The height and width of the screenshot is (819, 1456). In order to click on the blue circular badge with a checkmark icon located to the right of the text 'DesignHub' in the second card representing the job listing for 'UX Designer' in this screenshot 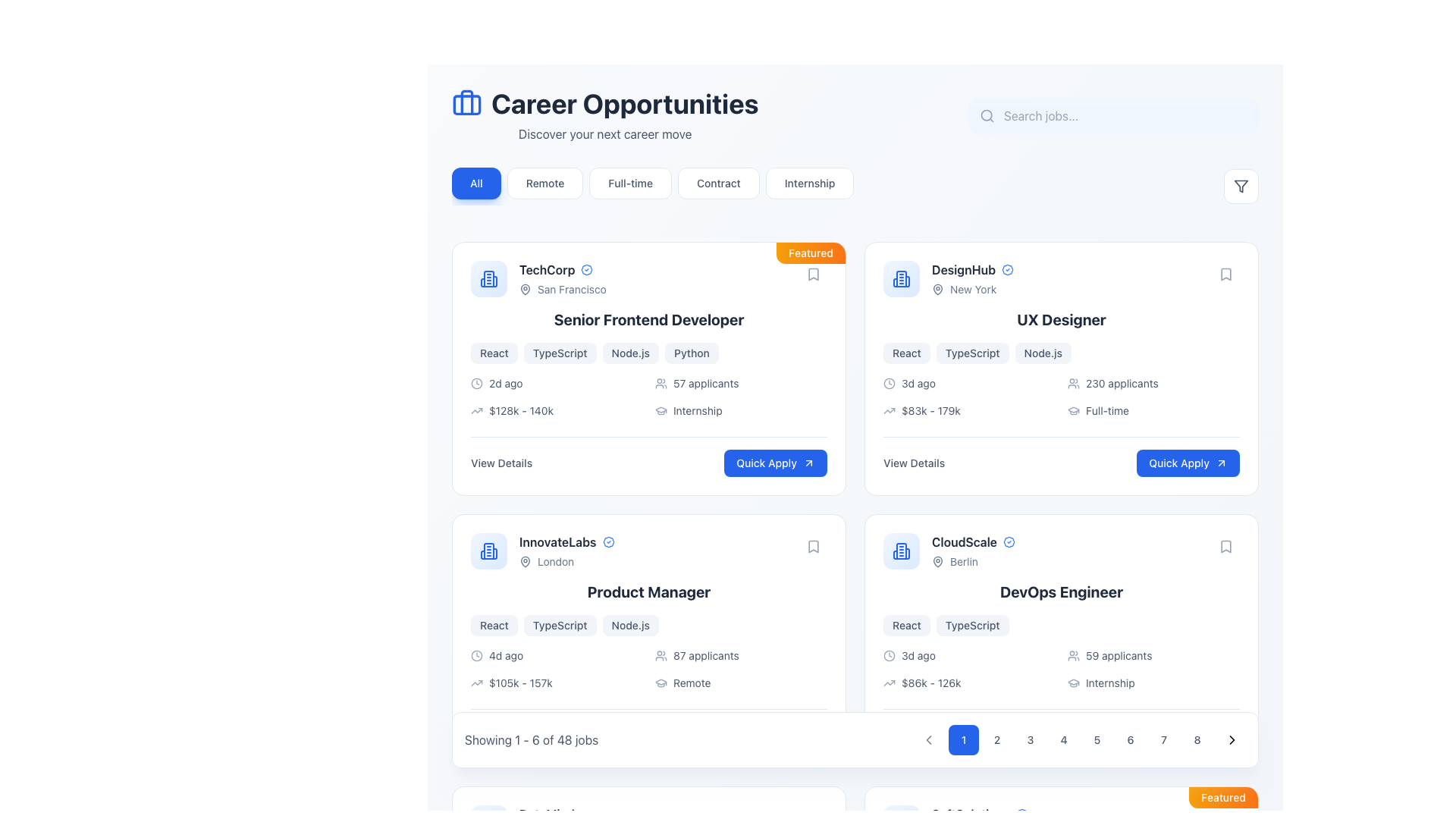, I will do `click(1008, 268)`.